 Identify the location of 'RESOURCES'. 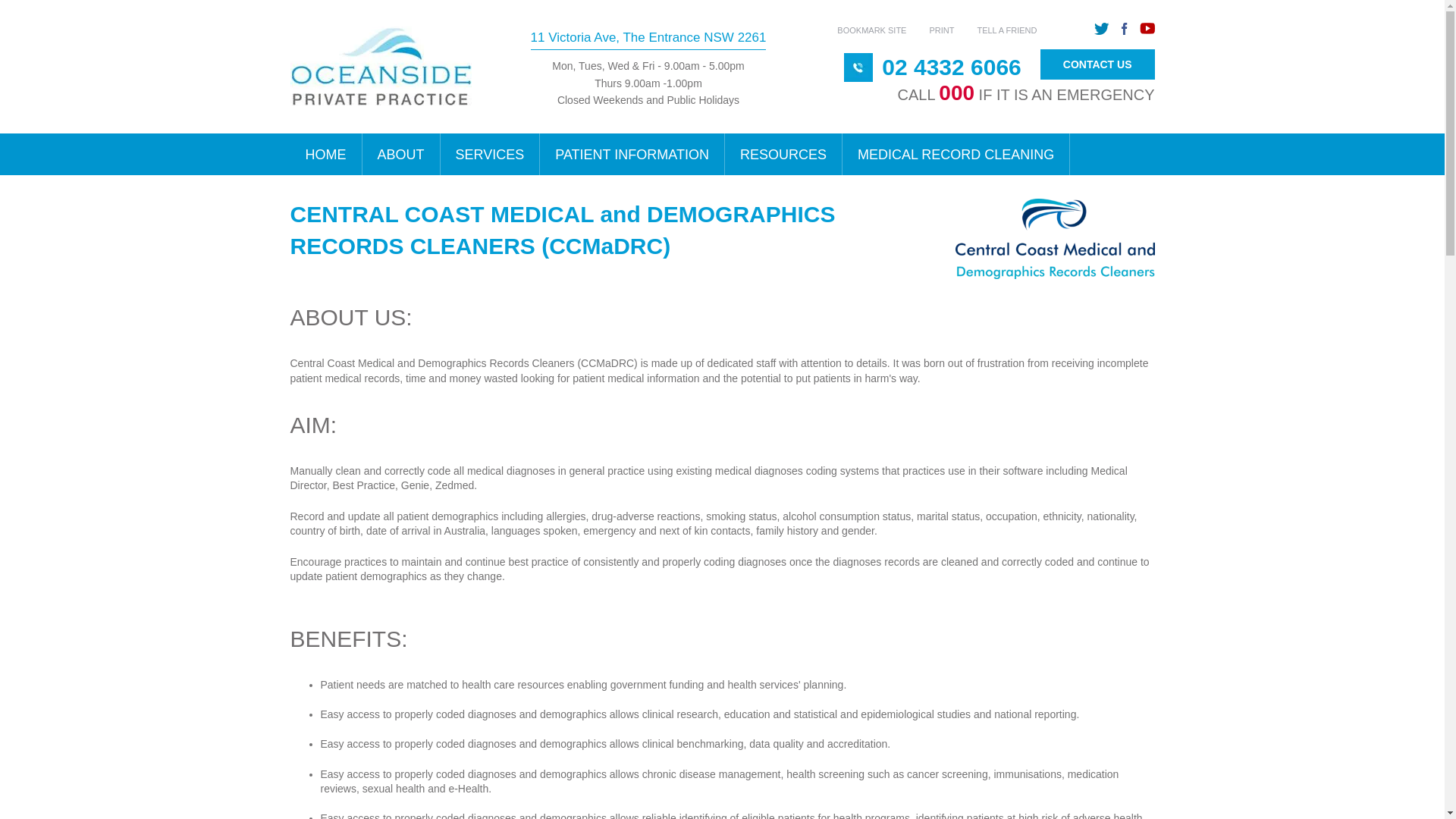
(723, 154).